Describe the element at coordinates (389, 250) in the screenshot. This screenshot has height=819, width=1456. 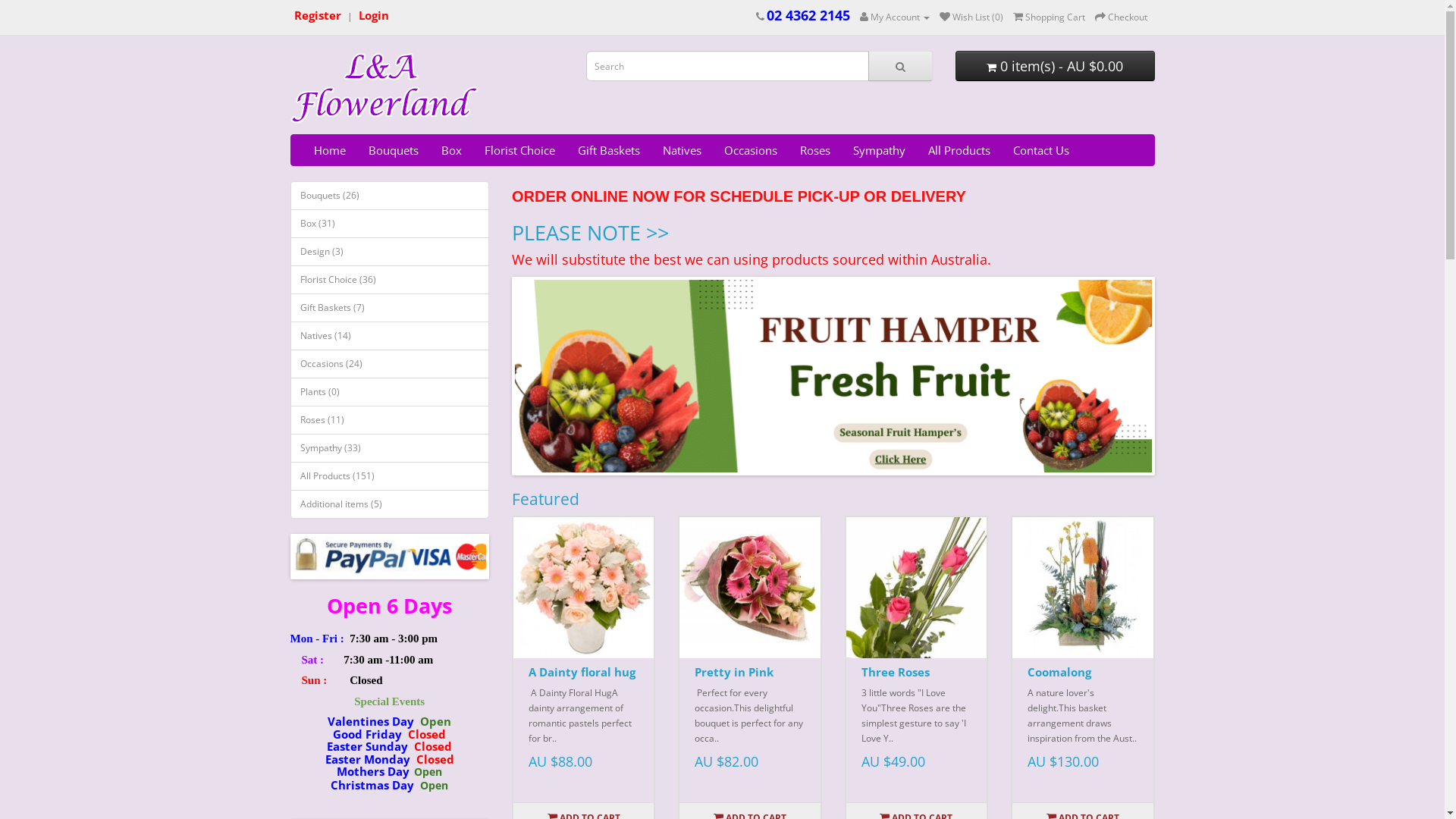
I see `'Design (3)'` at that location.